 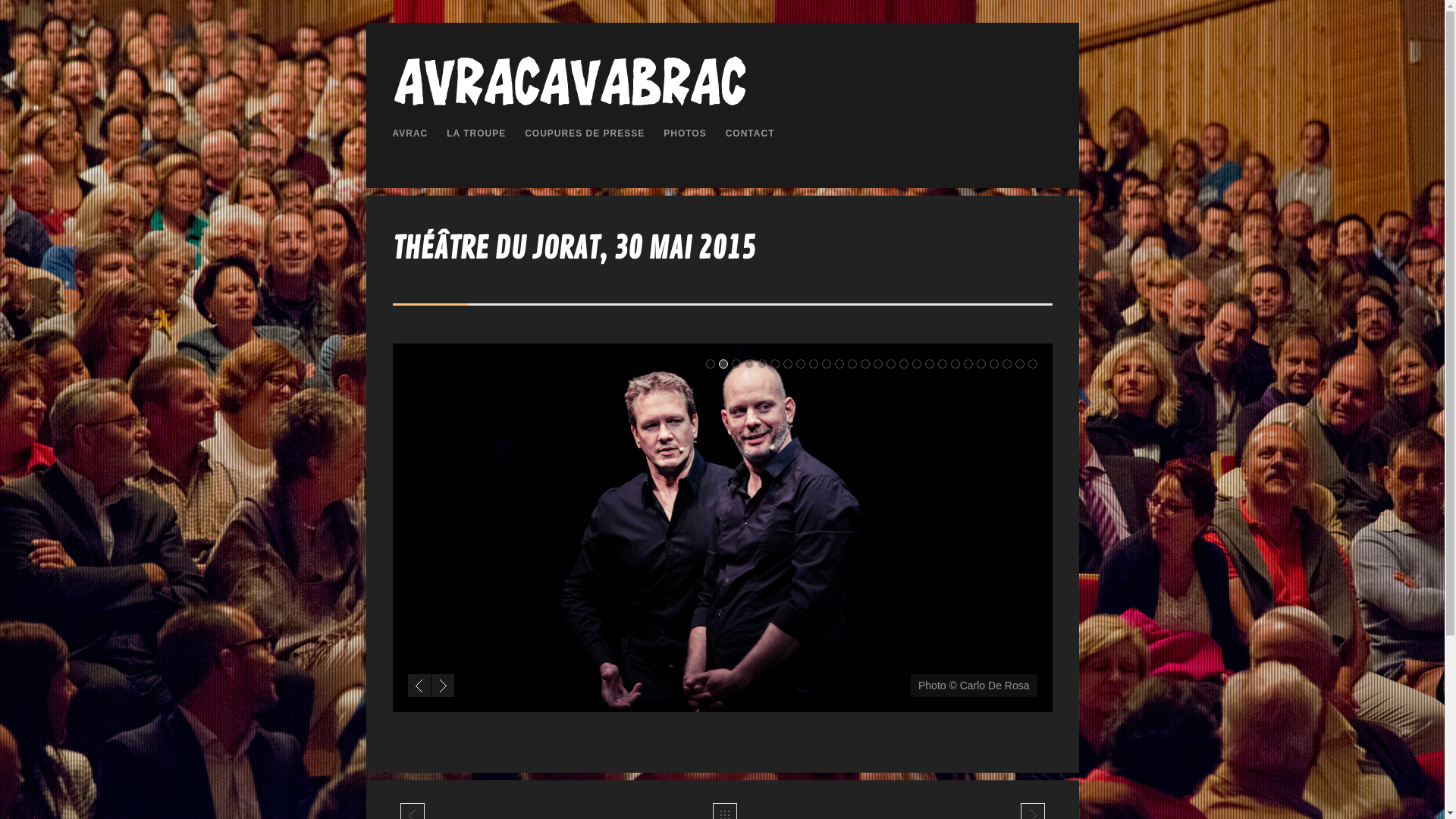 What do you see at coordinates (749, 363) in the screenshot?
I see `'4'` at bounding box center [749, 363].